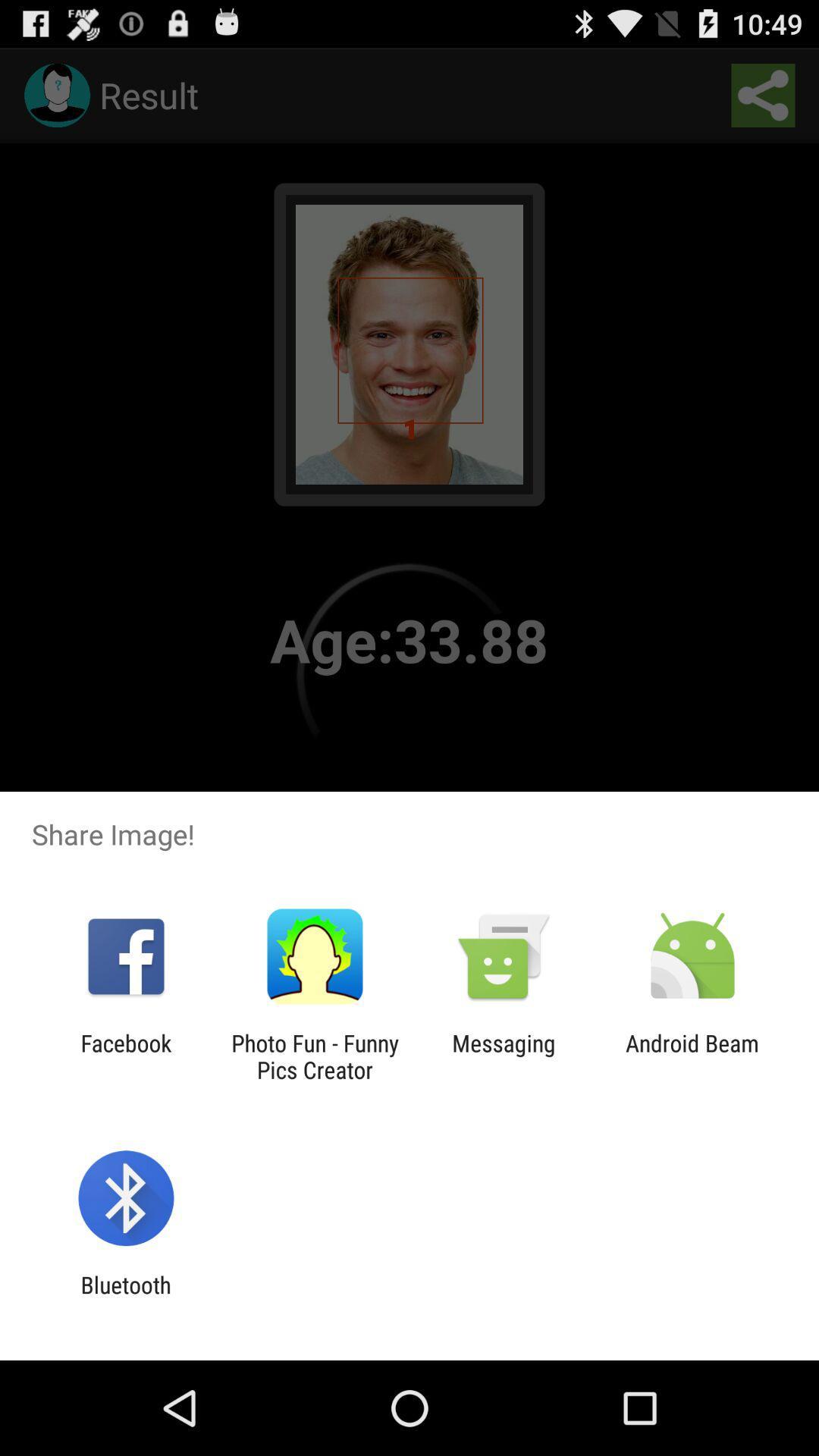 This screenshot has height=1456, width=819. What do you see at coordinates (314, 1056) in the screenshot?
I see `photo fun funny icon` at bounding box center [314, 1056].